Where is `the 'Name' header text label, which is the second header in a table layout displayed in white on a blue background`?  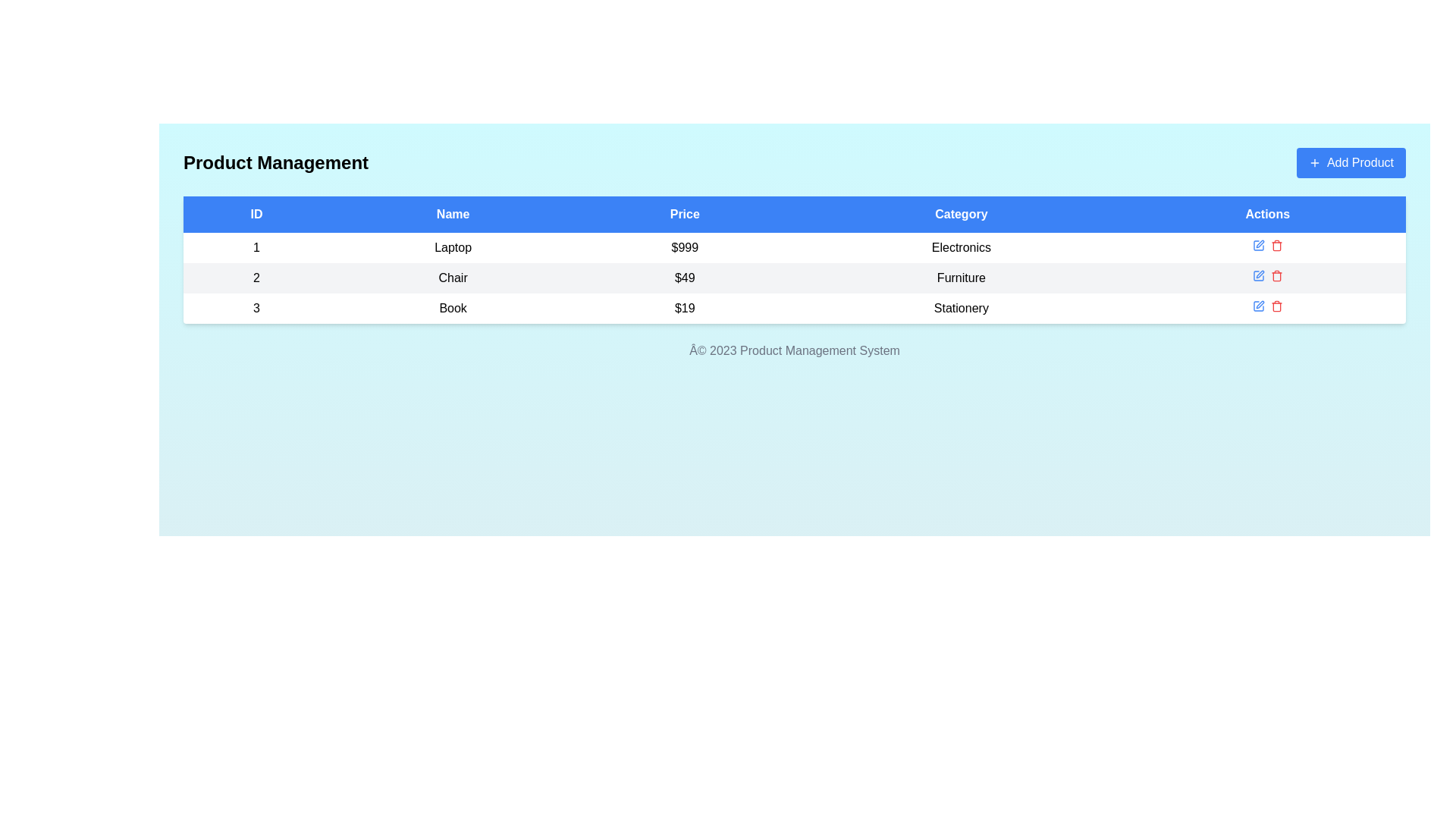 the 'Name' header text label, which is the second header in a table layout displayed in white on a blue background is located at coordinates (452, 214).